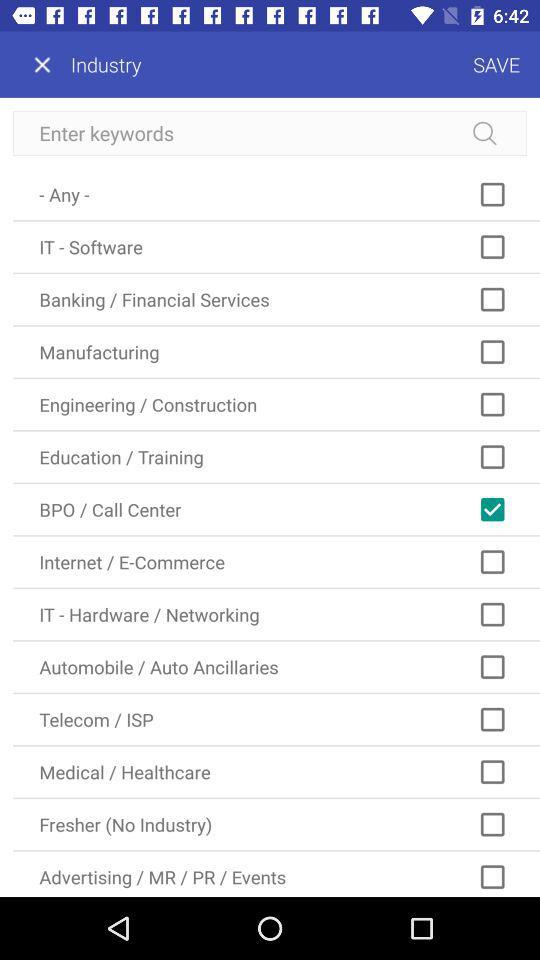 The width and height of the screenshot is (540, 960). What do you see at coordinates (275, 873) in the screenshot?
I see `the advertising mr pr item` at bounding box center [275, 873].